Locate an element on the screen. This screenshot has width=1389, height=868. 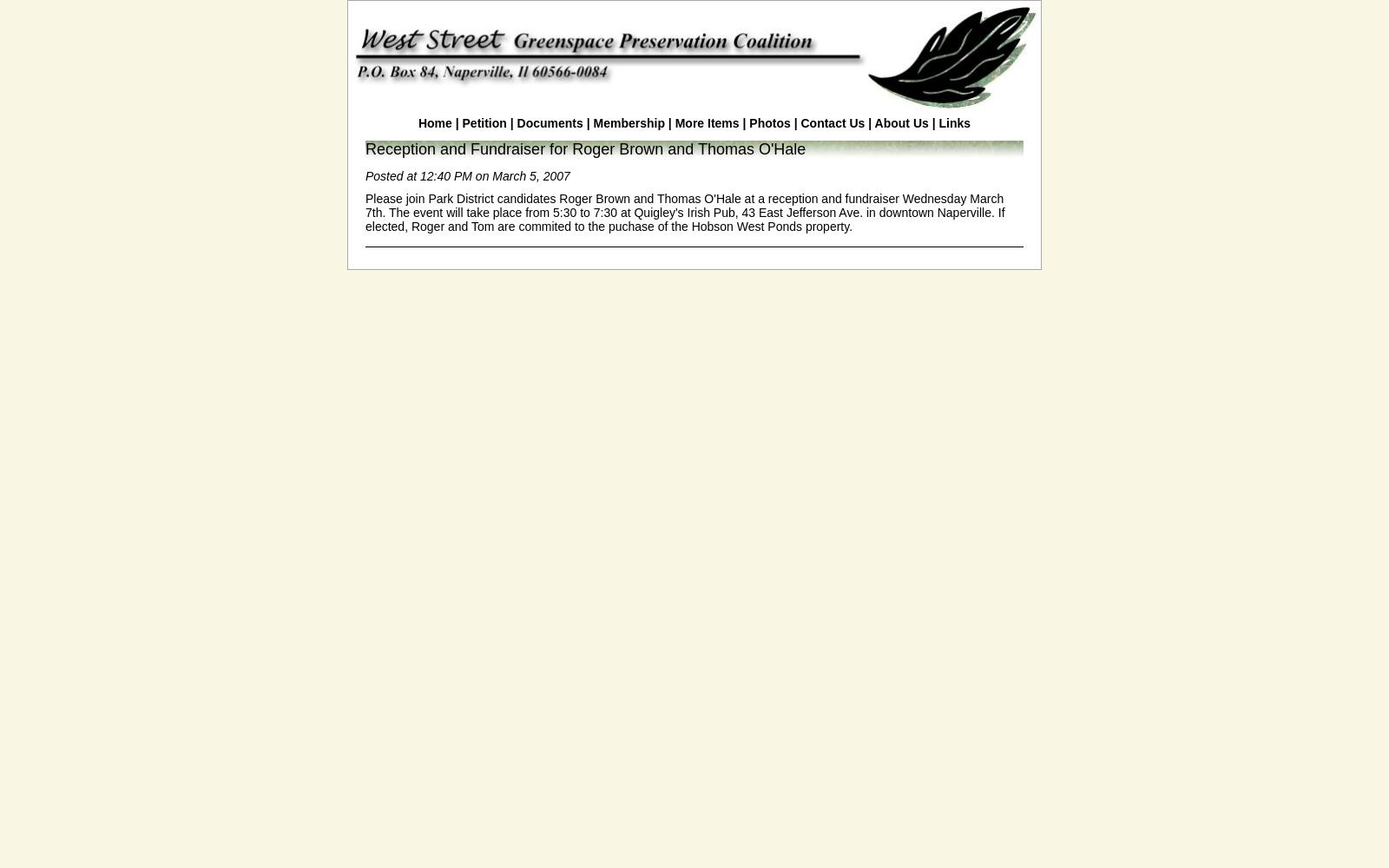
'Posted at 12:40 PM on March  5, 2007' is located at coordinates (466, 175).